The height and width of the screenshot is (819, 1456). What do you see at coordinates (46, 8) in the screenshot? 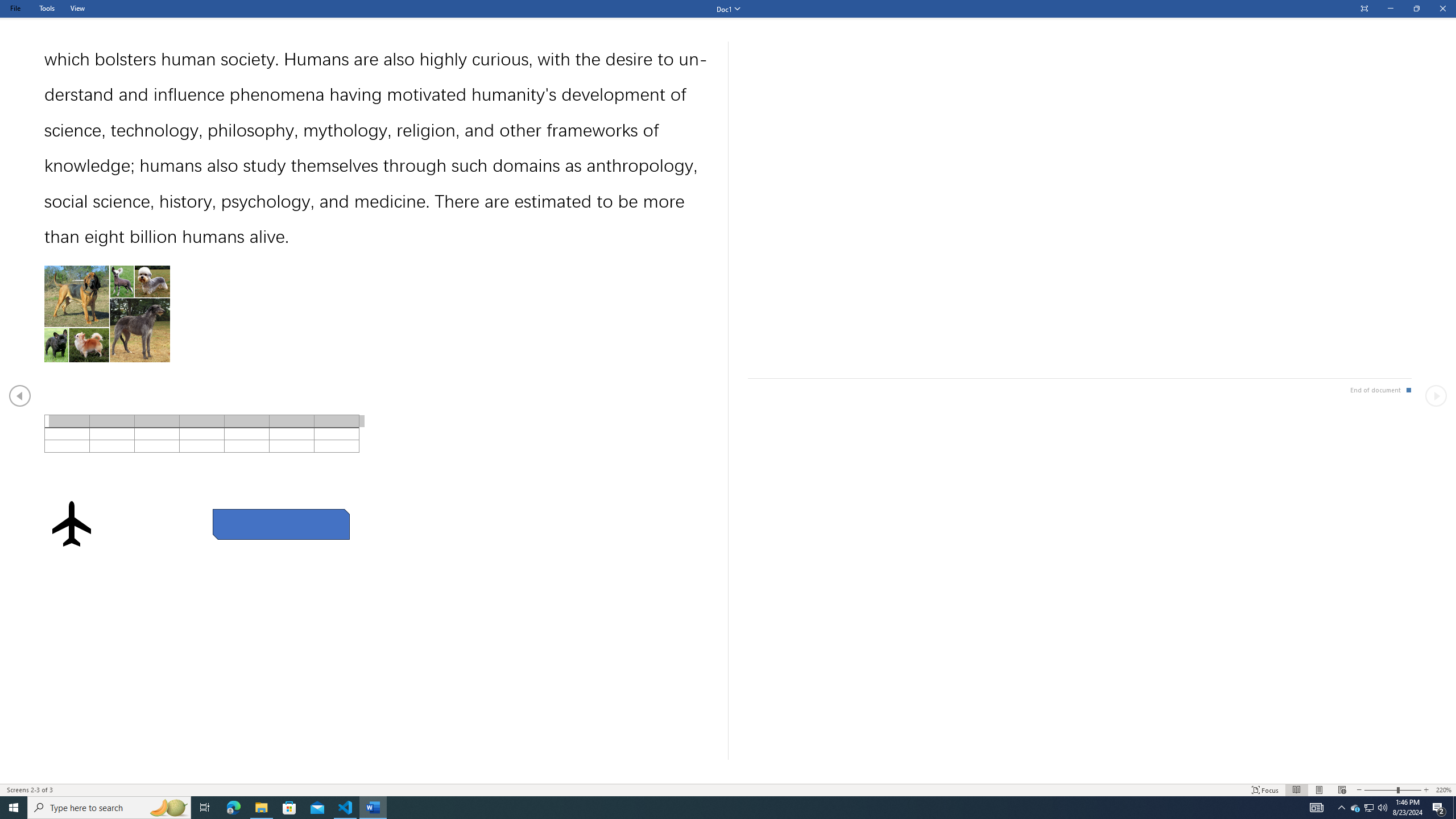
I see `'Tools'` at bounding box center [46, 8].